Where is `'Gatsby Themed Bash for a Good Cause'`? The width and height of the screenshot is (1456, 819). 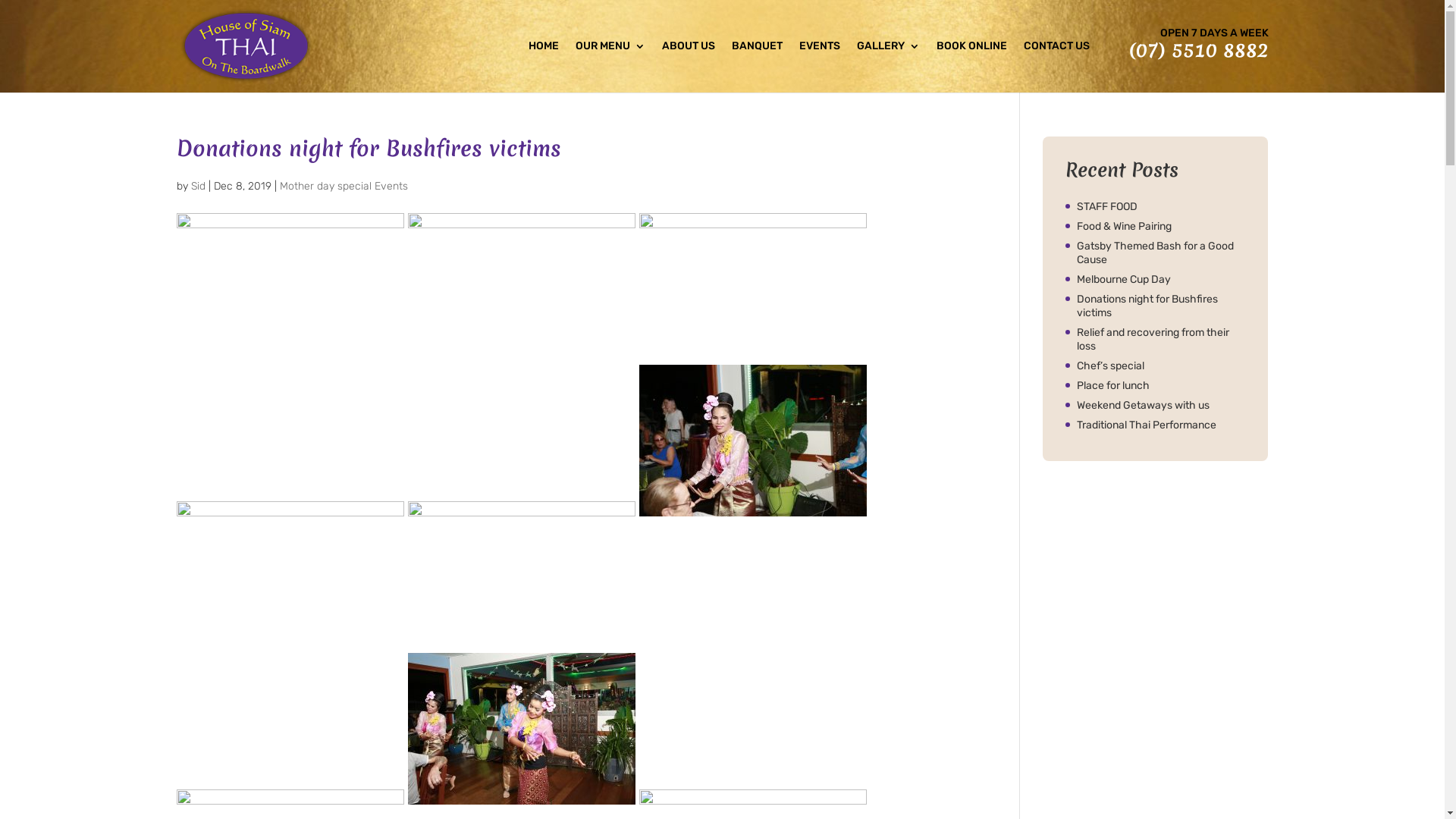 'Gatsby Themed Bash for a Good Cause' is located at coordinates (1160, 253).